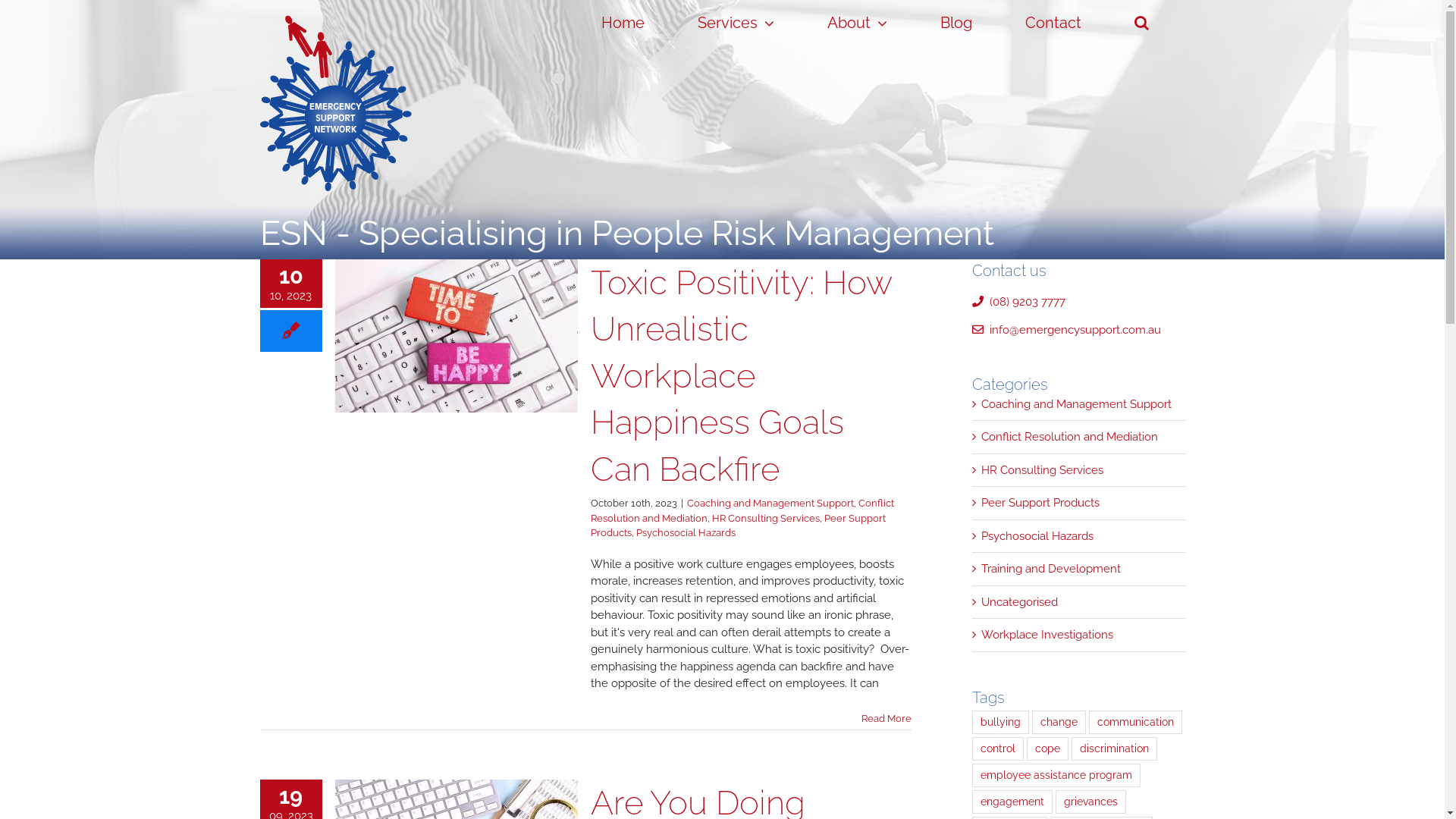 Image resolution: width=1456 pixels, height=819 pixels. Describe the element at coordinates (1078, 601) in the screenshot. I see `'Uncategorised'` at that location.